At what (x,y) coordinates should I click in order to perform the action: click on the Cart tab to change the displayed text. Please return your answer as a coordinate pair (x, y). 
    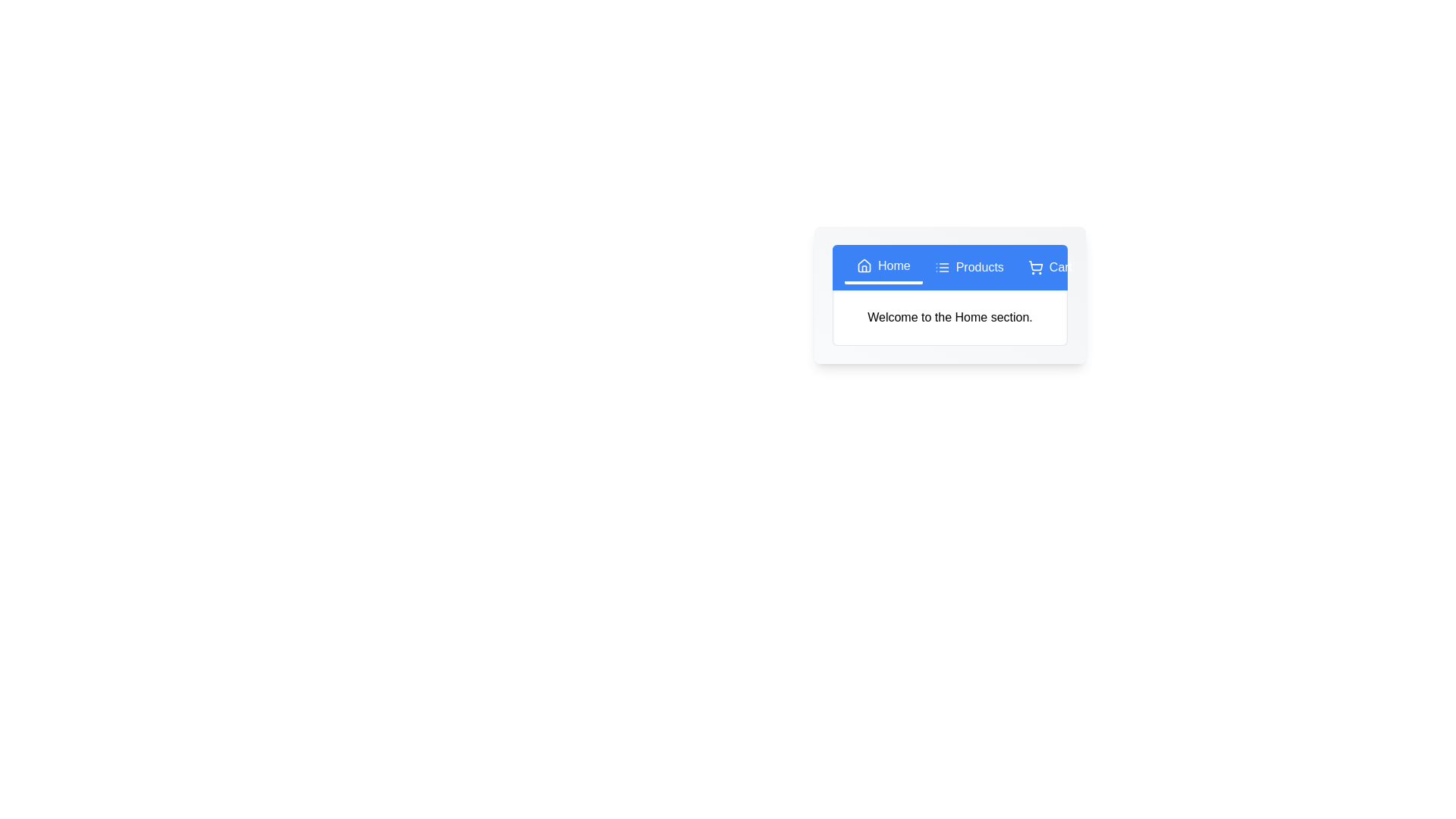
    Looking at the image, I should click on (1048, 267).